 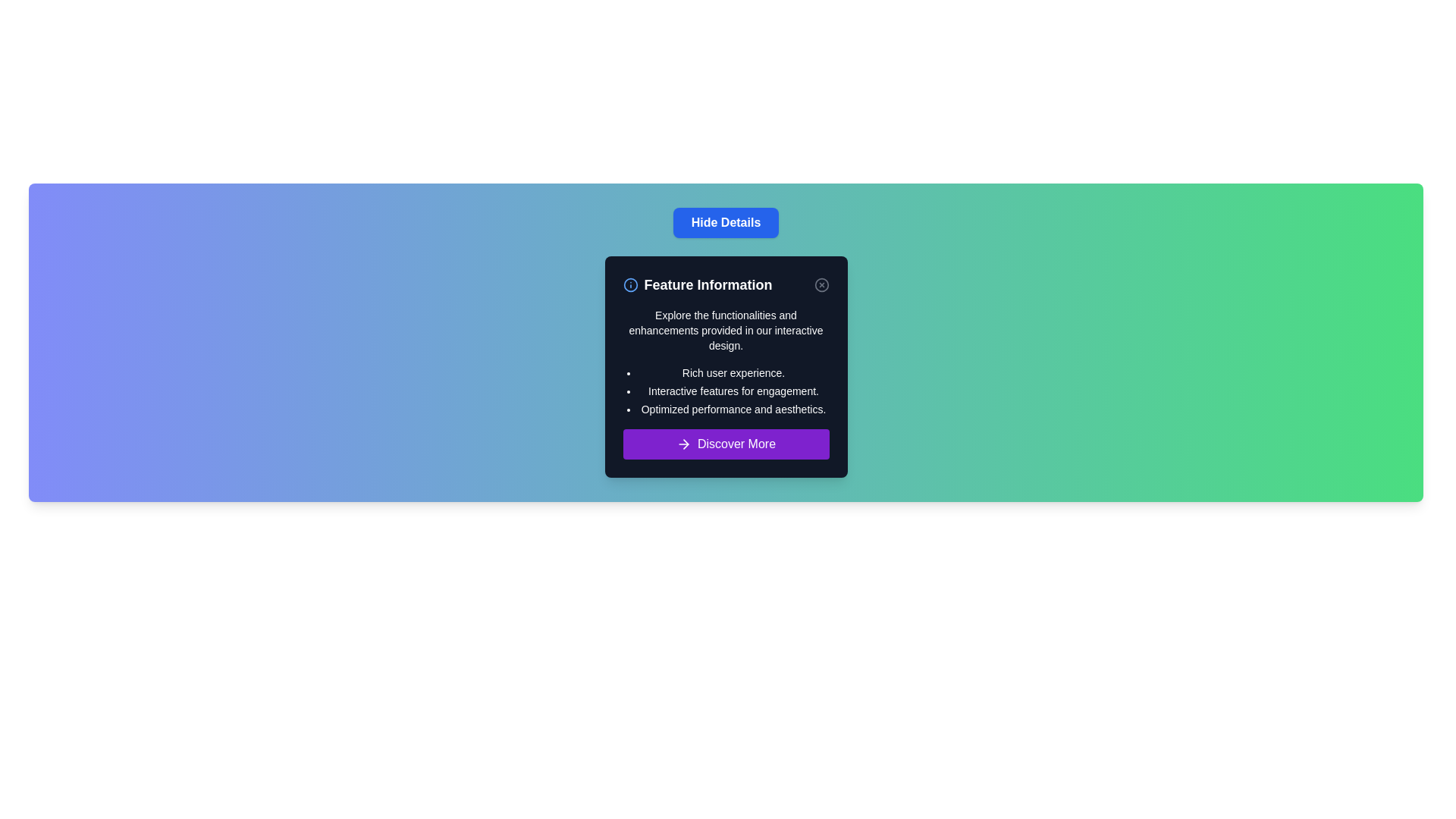 I want to click on the text label that serves as the title or headline located in the upper section of the black panel, positioned first from the left, so click(x=697, y=284).